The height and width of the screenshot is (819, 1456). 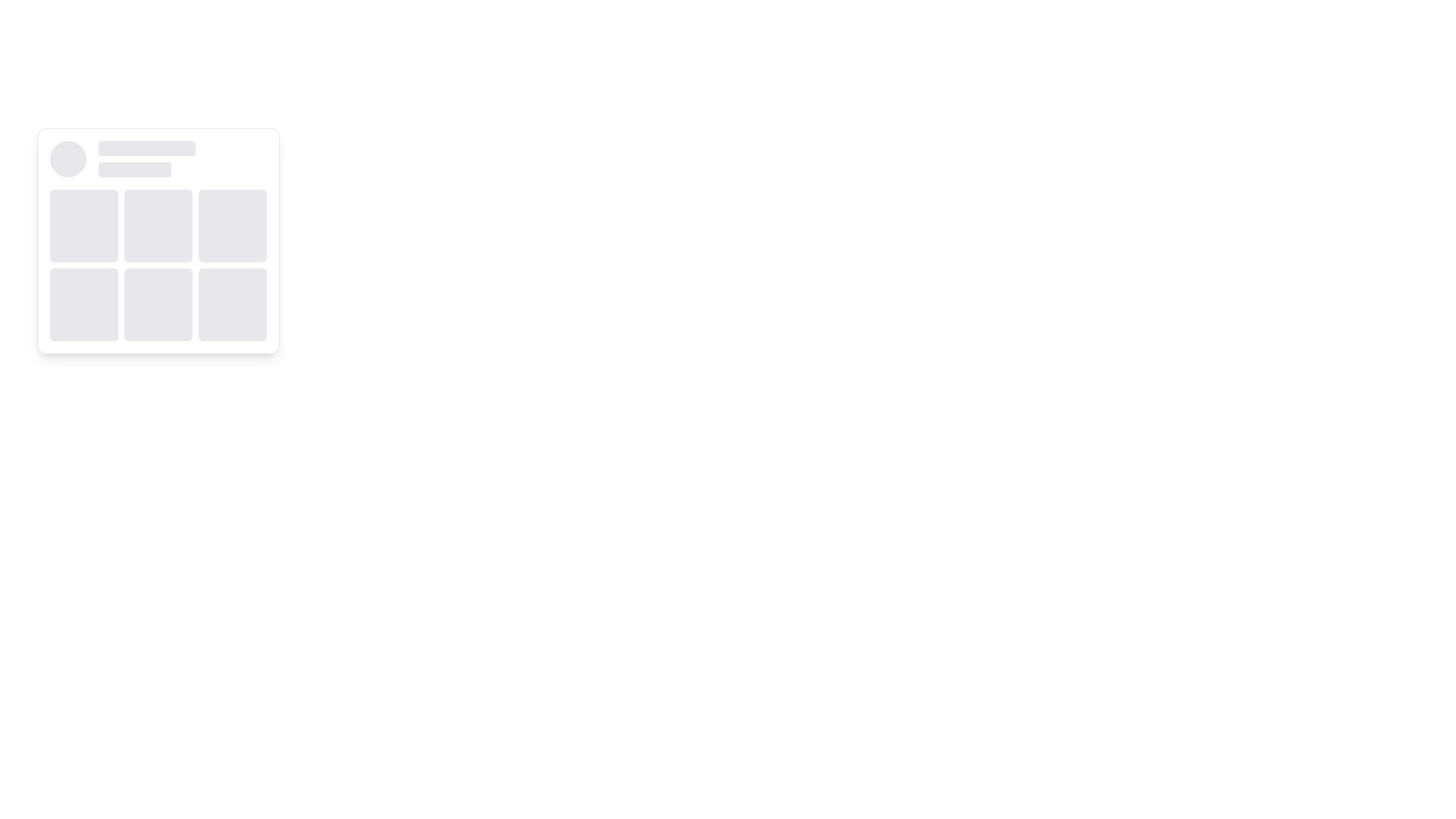 What do you see at coordinates (232, 225) in the screenshot?
I see `the Decorative placeholder component located in the top-right corner of the grid layout, which is the third element in the first row` at bounding box center [232, 225].